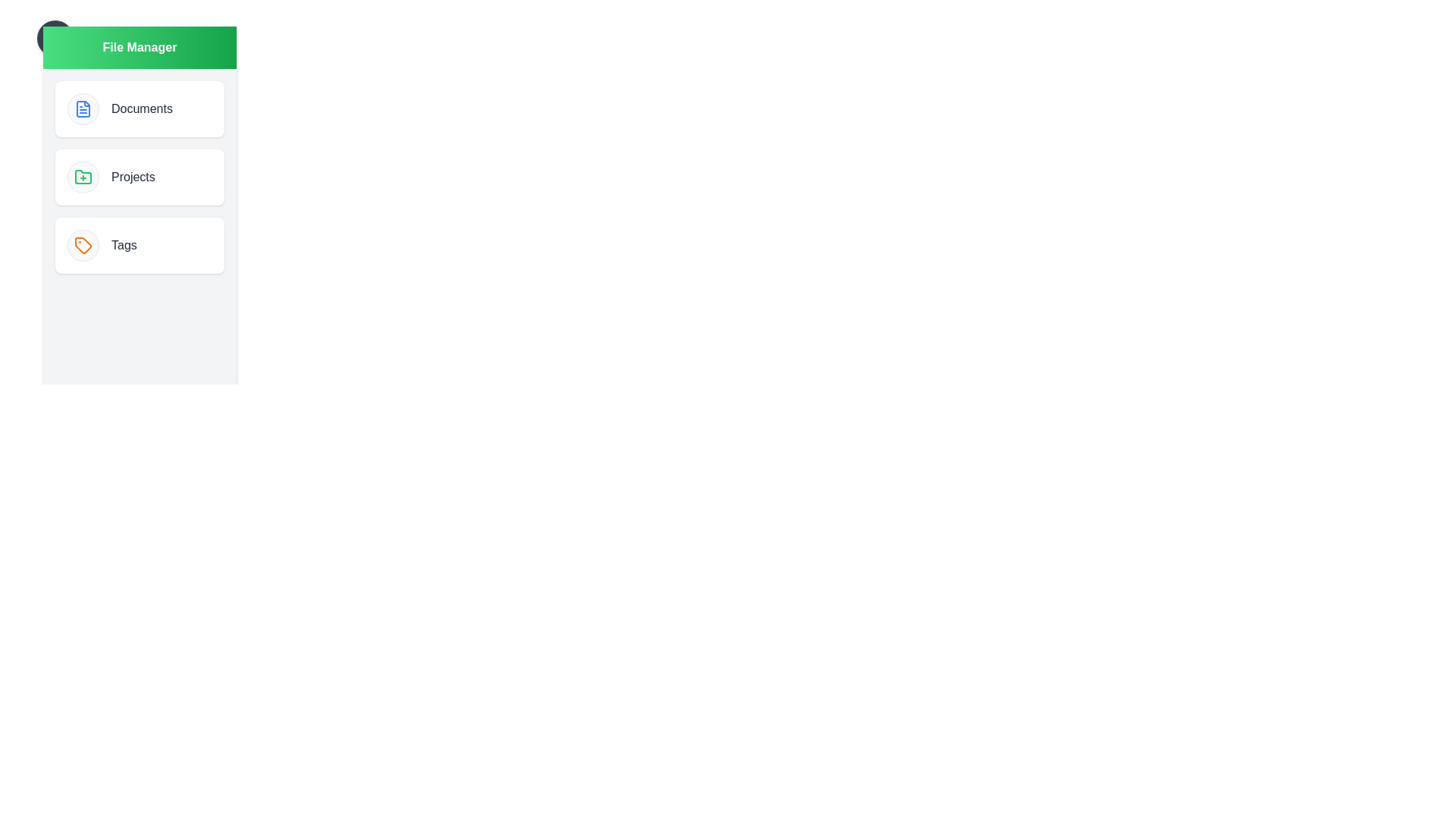 This screenshot has height=819, width=1456. Describe the element at coordinates (140, 245) in the screenshot. I see `the directory item Tags to observe the hover effect` at that location.